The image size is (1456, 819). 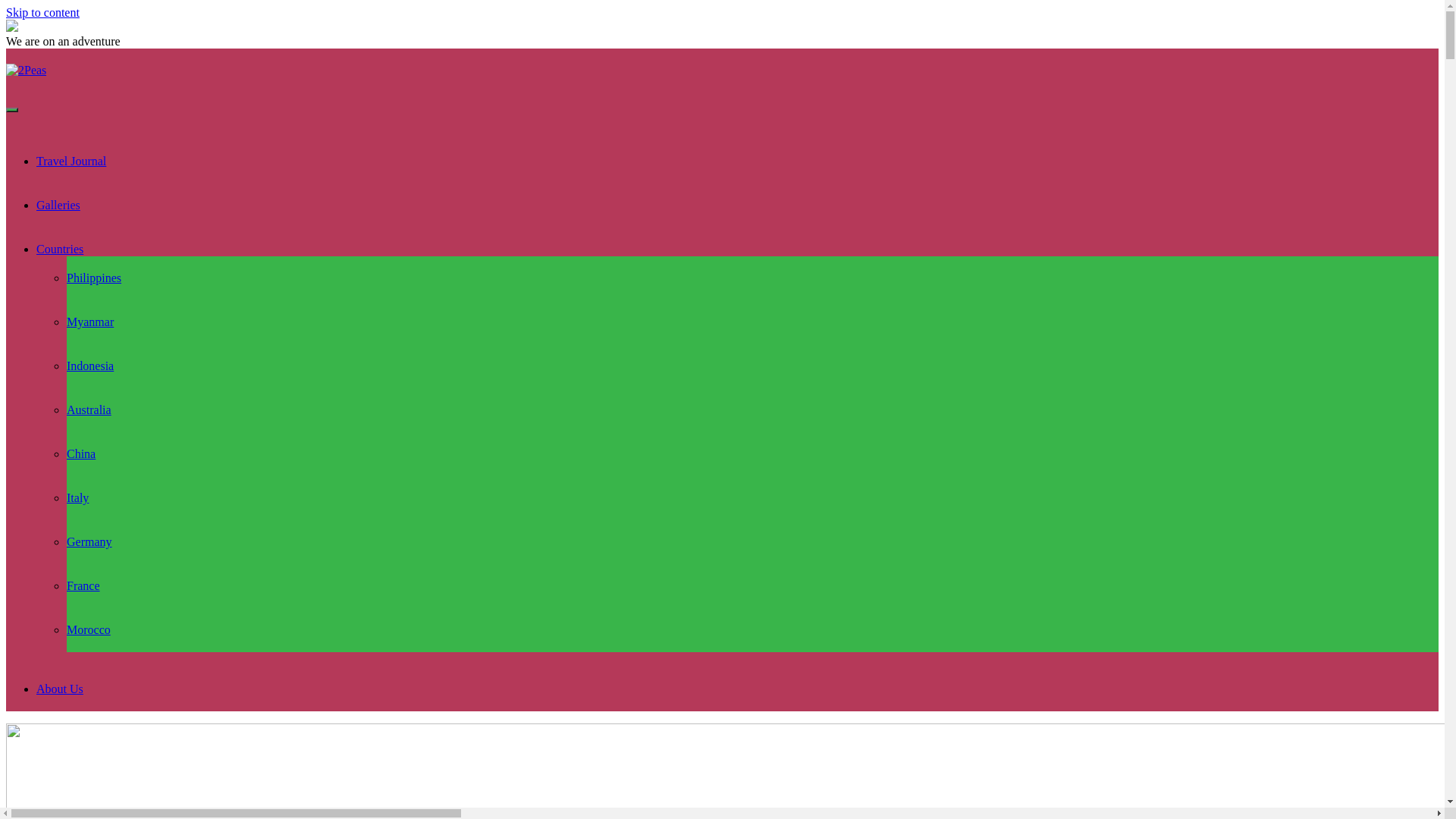 I want to click on 'Morocco', so click(x=87, y=629).